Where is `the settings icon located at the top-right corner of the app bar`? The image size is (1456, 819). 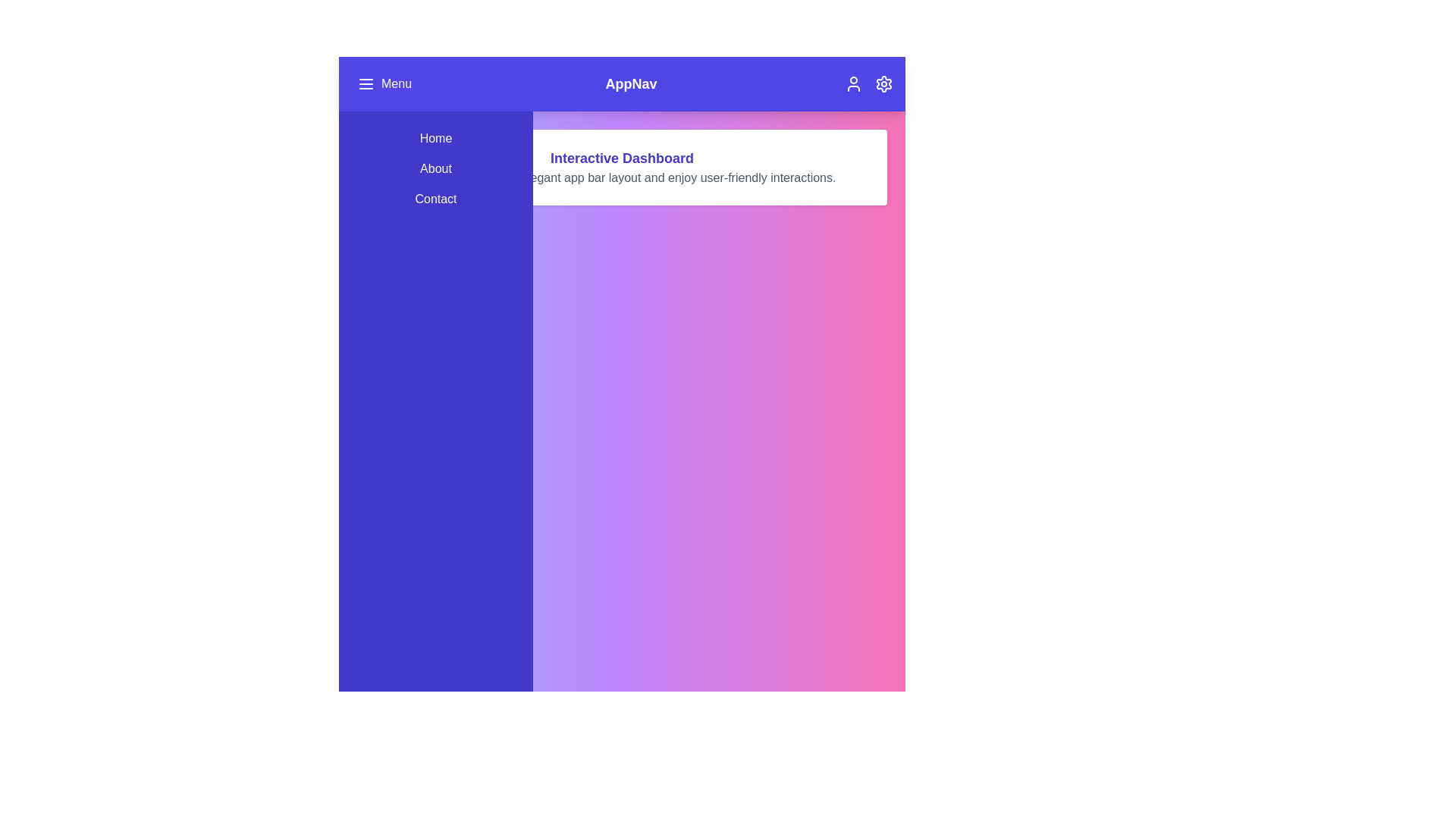
the settings icon located at the top-right corner of the app bar is located at coordinates (884, 84).